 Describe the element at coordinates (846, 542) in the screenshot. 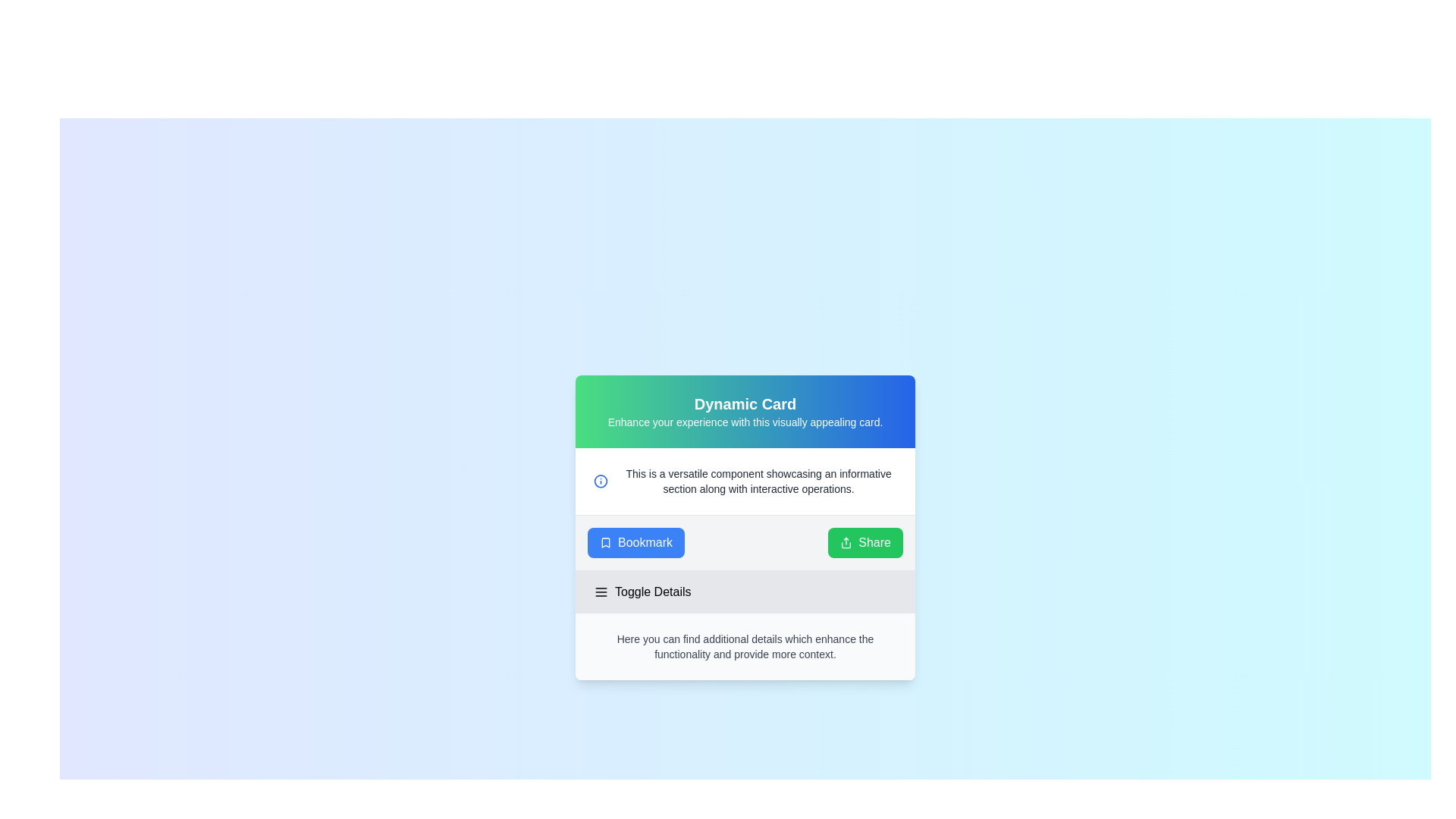

I see `the green square share icon located to the left of the 'Share' text` at that location.